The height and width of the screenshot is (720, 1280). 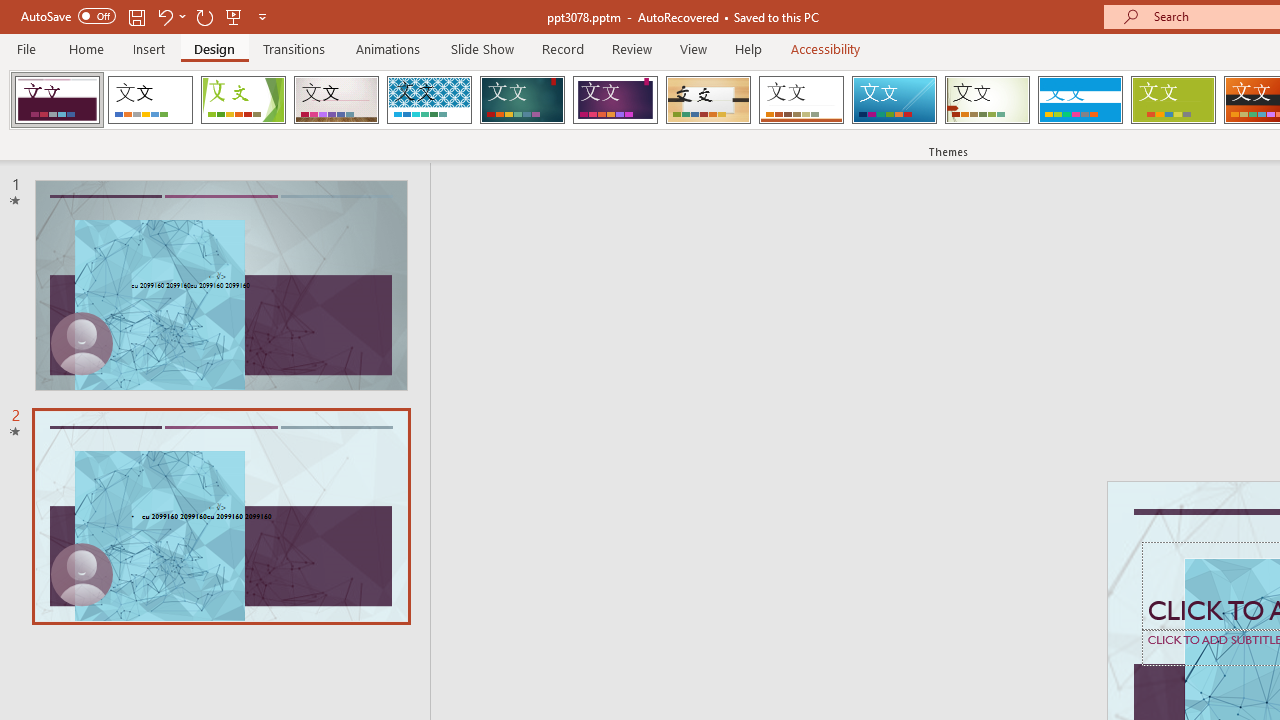 What do you see at coordinates (428, 100) in the screenshot?
I see `'Integral'` at bounding box center [428, 100].